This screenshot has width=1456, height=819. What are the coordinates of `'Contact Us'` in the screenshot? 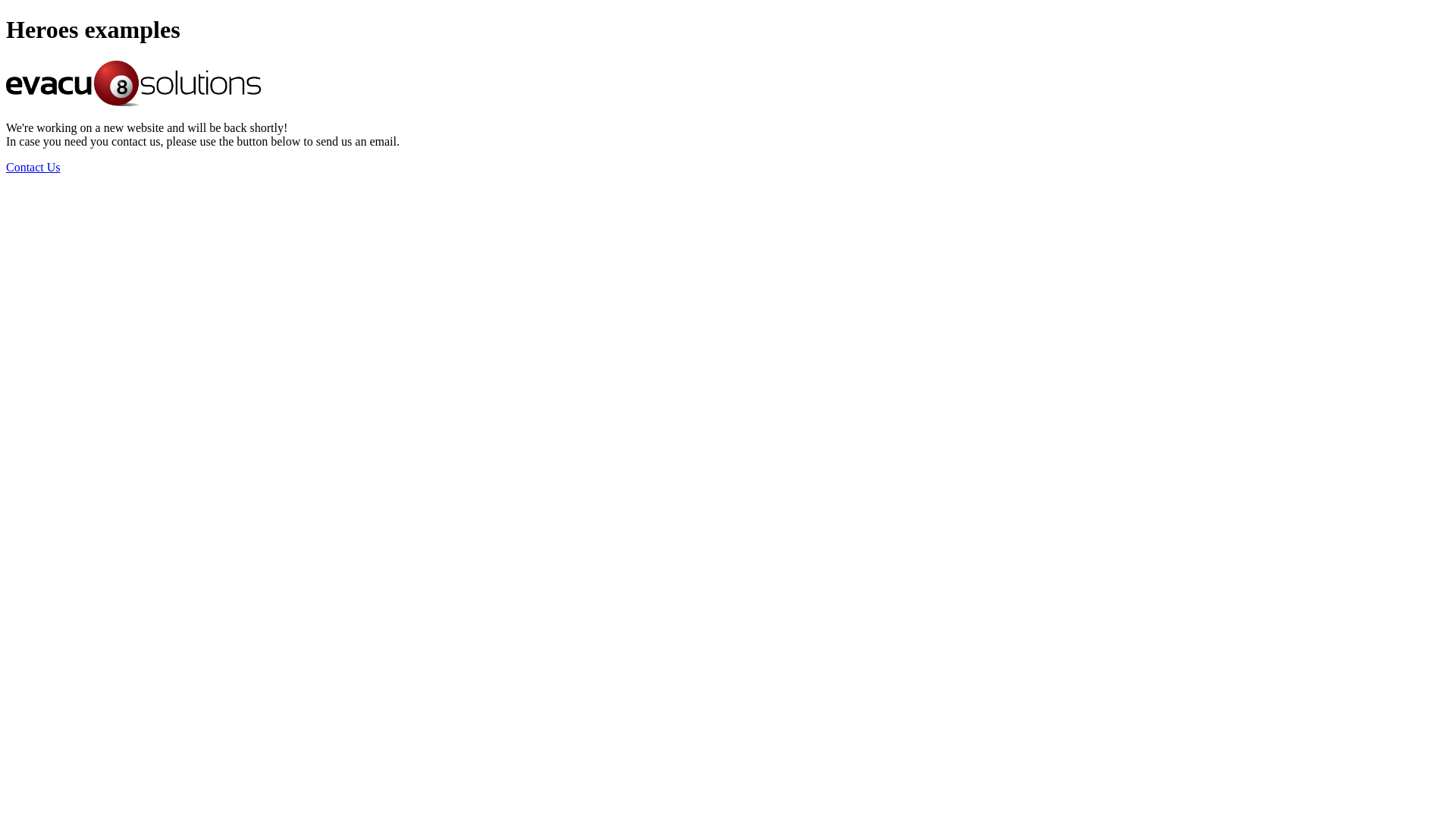 It's located at (33, 167).